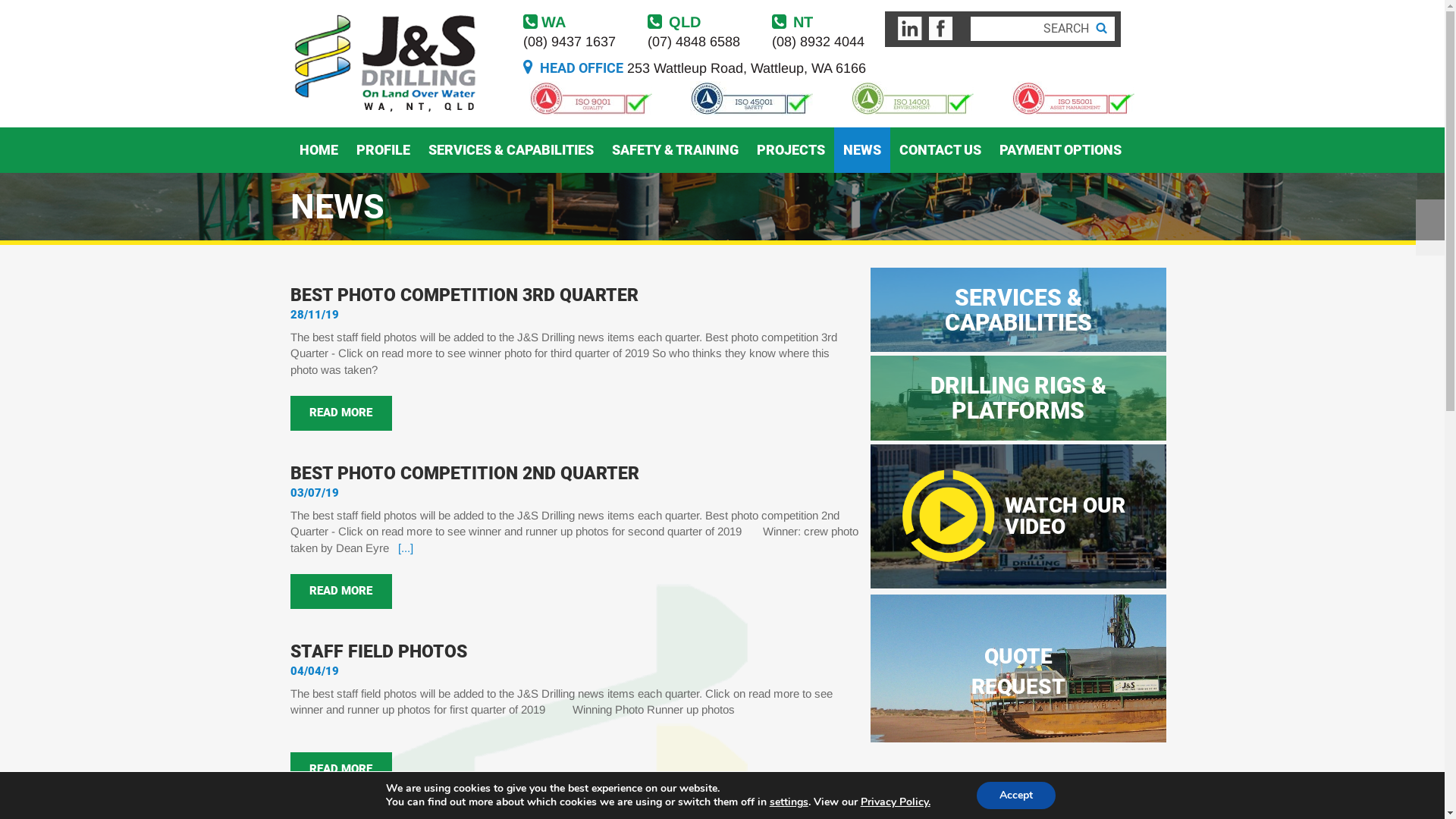 The height and width of the screenshot is (819, 1456). What do you see at coordinates (389, 62) in the screenshot?
I see `'js drilling'` at bounding box center [389, 62].